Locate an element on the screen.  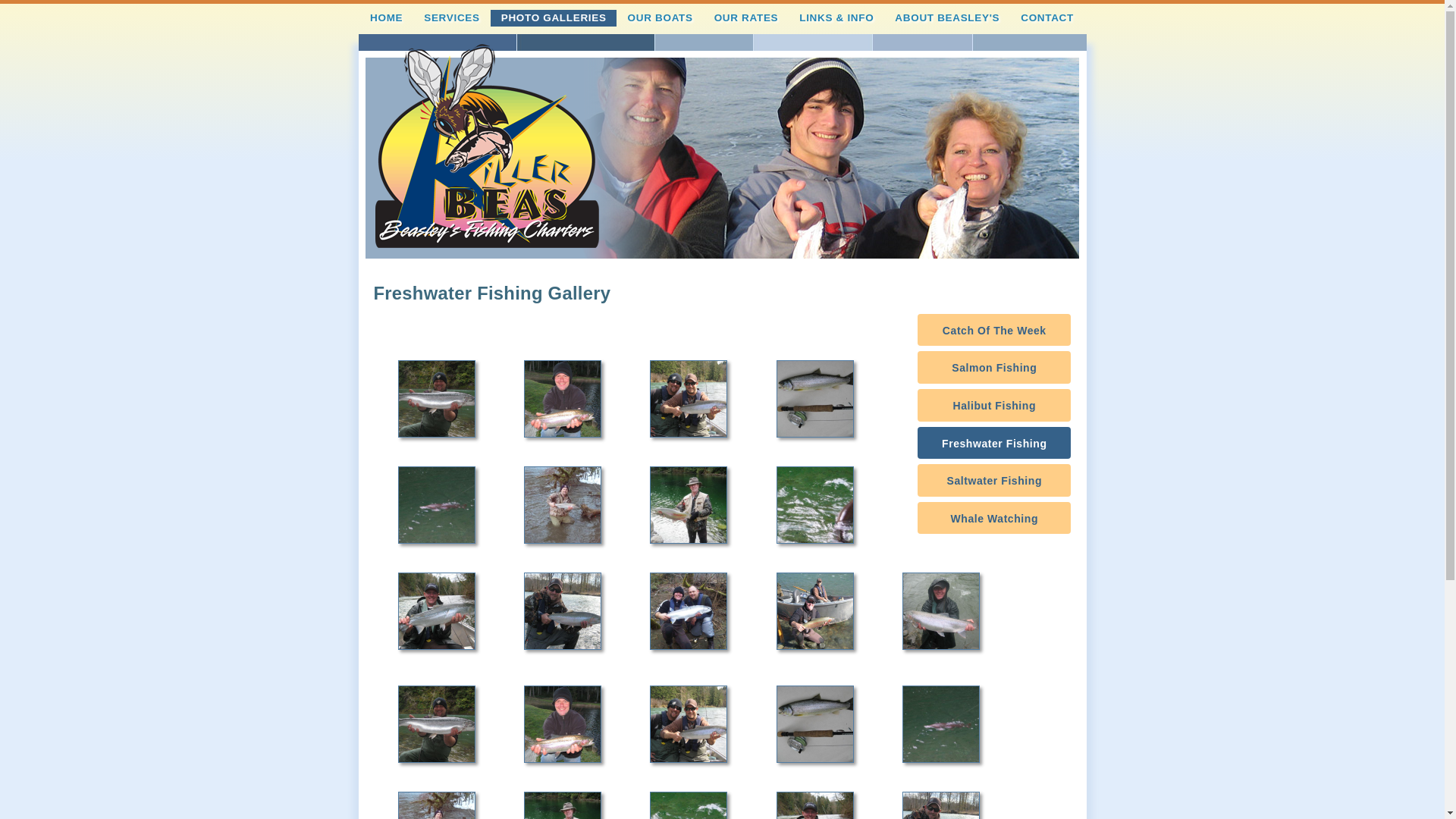
'SERVICES' is located at coordinates (450, 17).